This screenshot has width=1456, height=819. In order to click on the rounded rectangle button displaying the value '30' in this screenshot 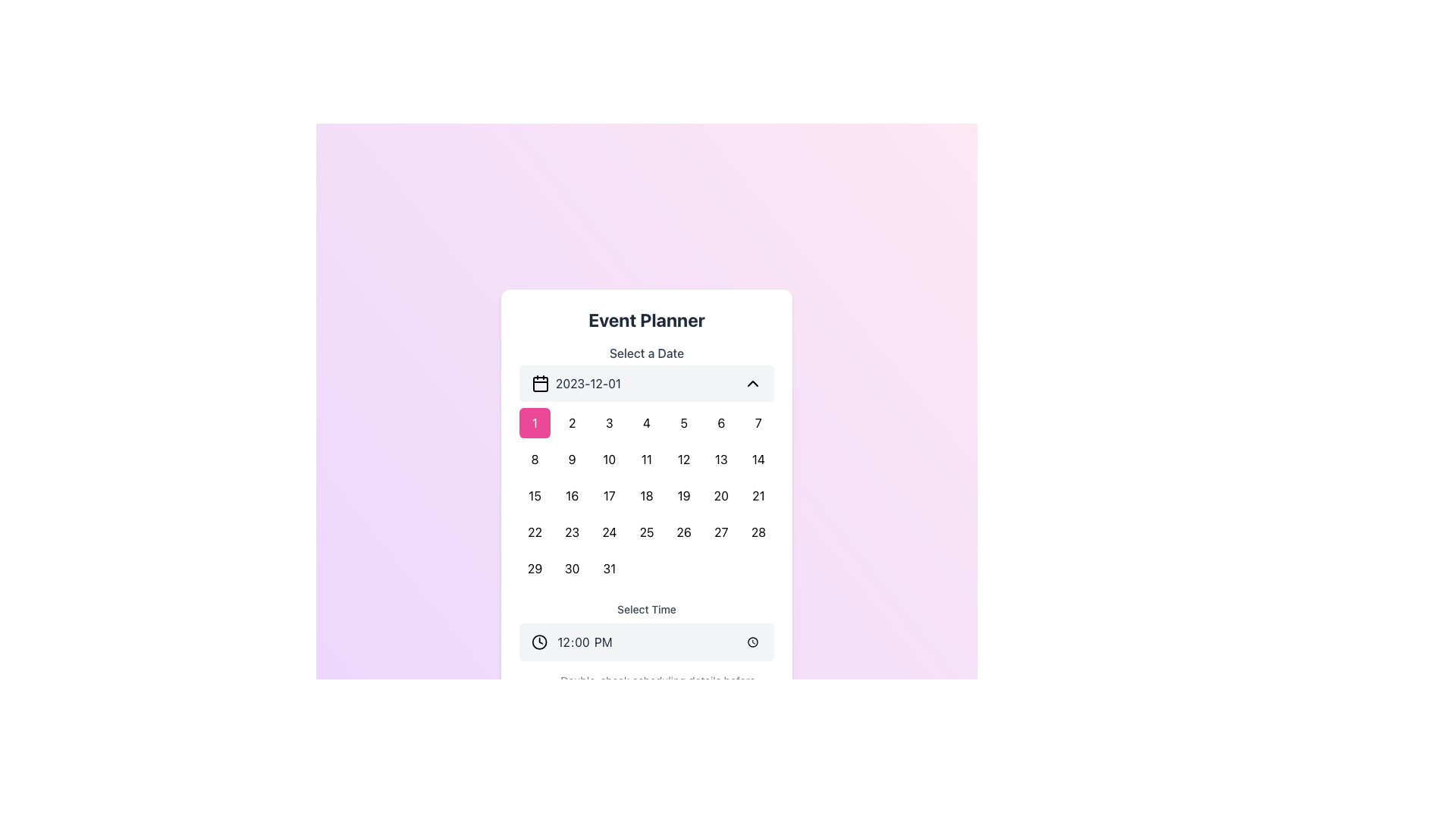, I will do `click(571, 568)`.